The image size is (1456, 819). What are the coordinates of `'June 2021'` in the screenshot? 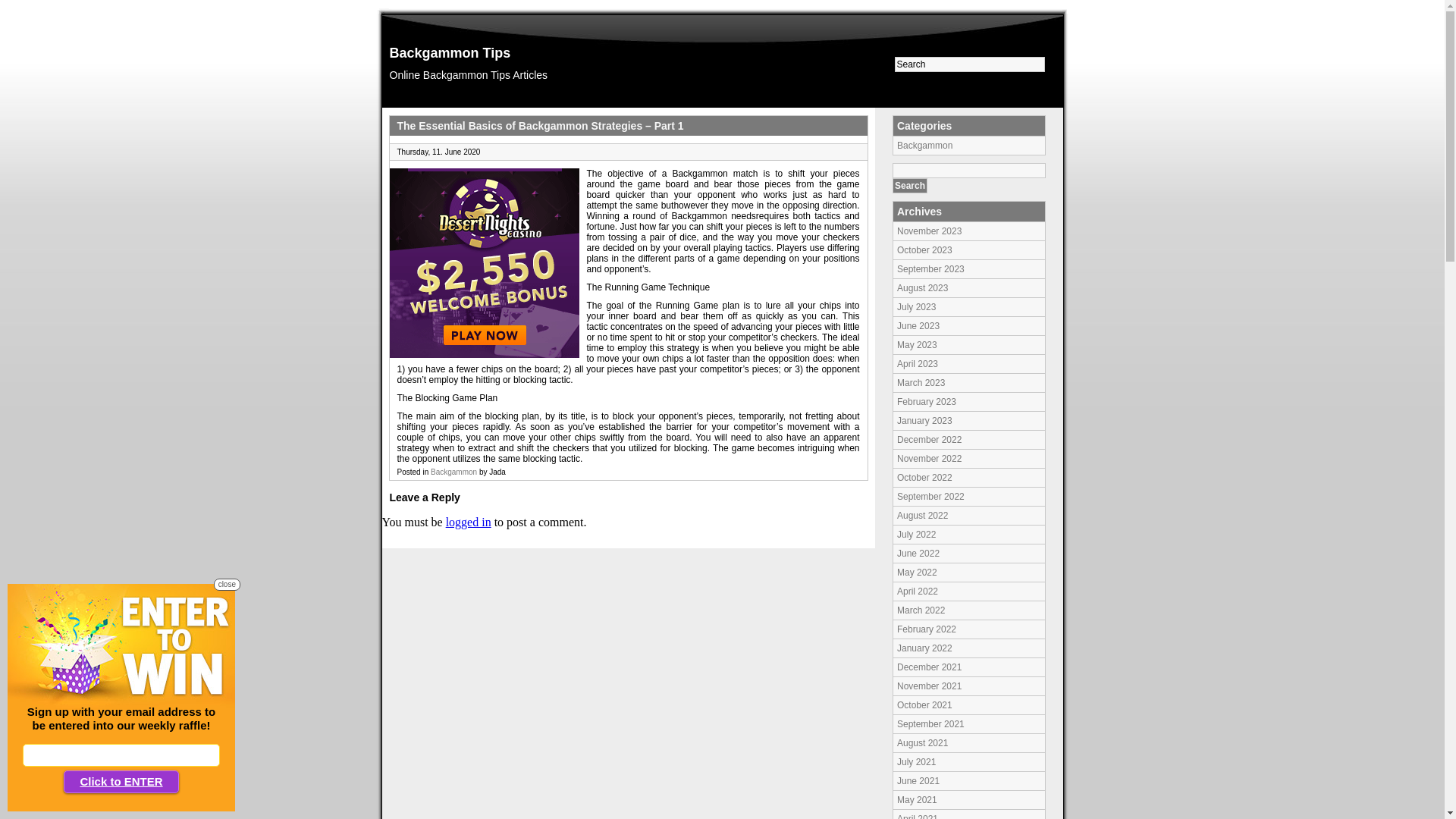 It's located at (896, 780).